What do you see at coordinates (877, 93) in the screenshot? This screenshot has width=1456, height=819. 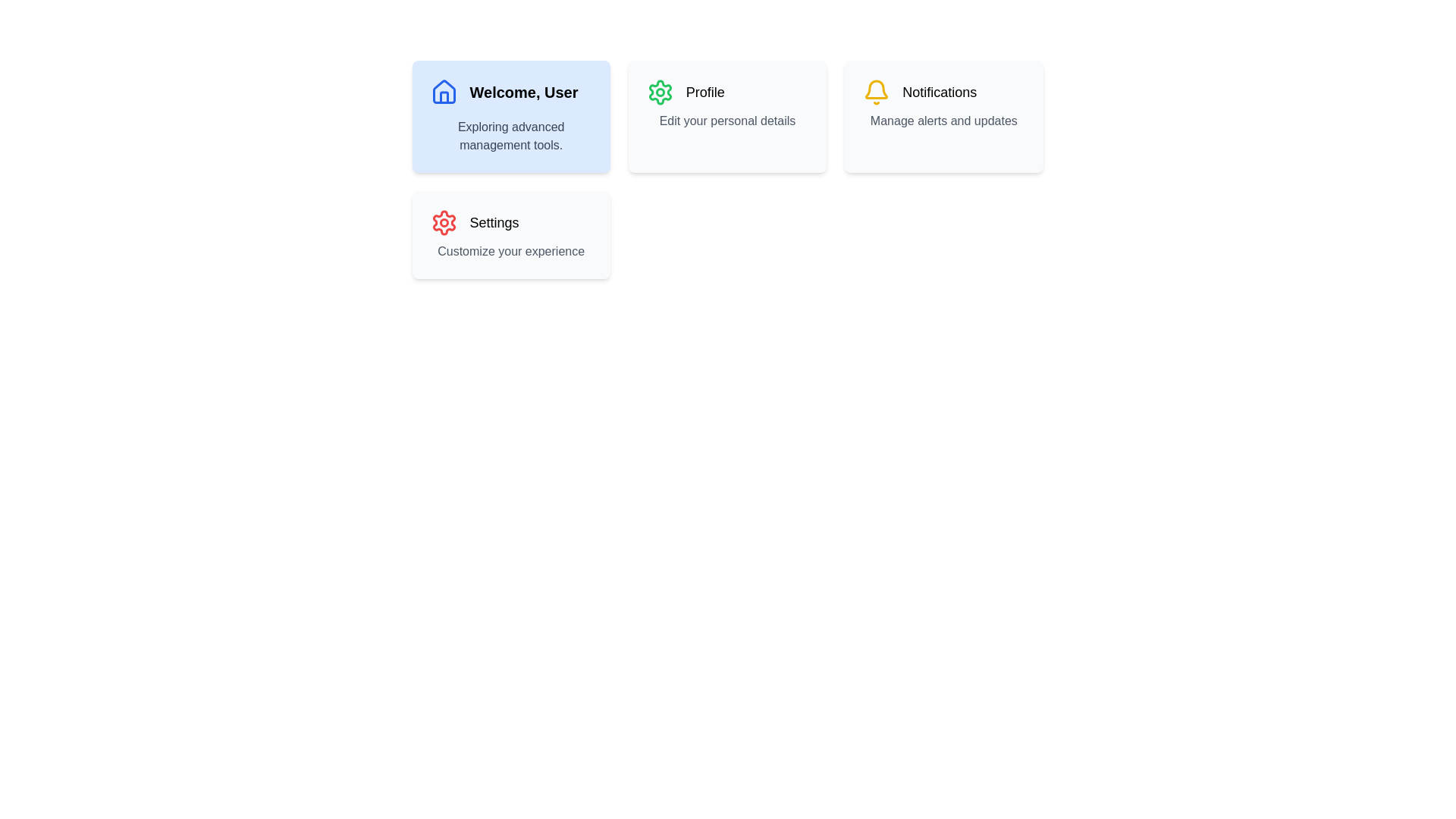 I see `the bell-shaped notifications icon located on the left side of the Notifications section` at bounding box center [877, 93].